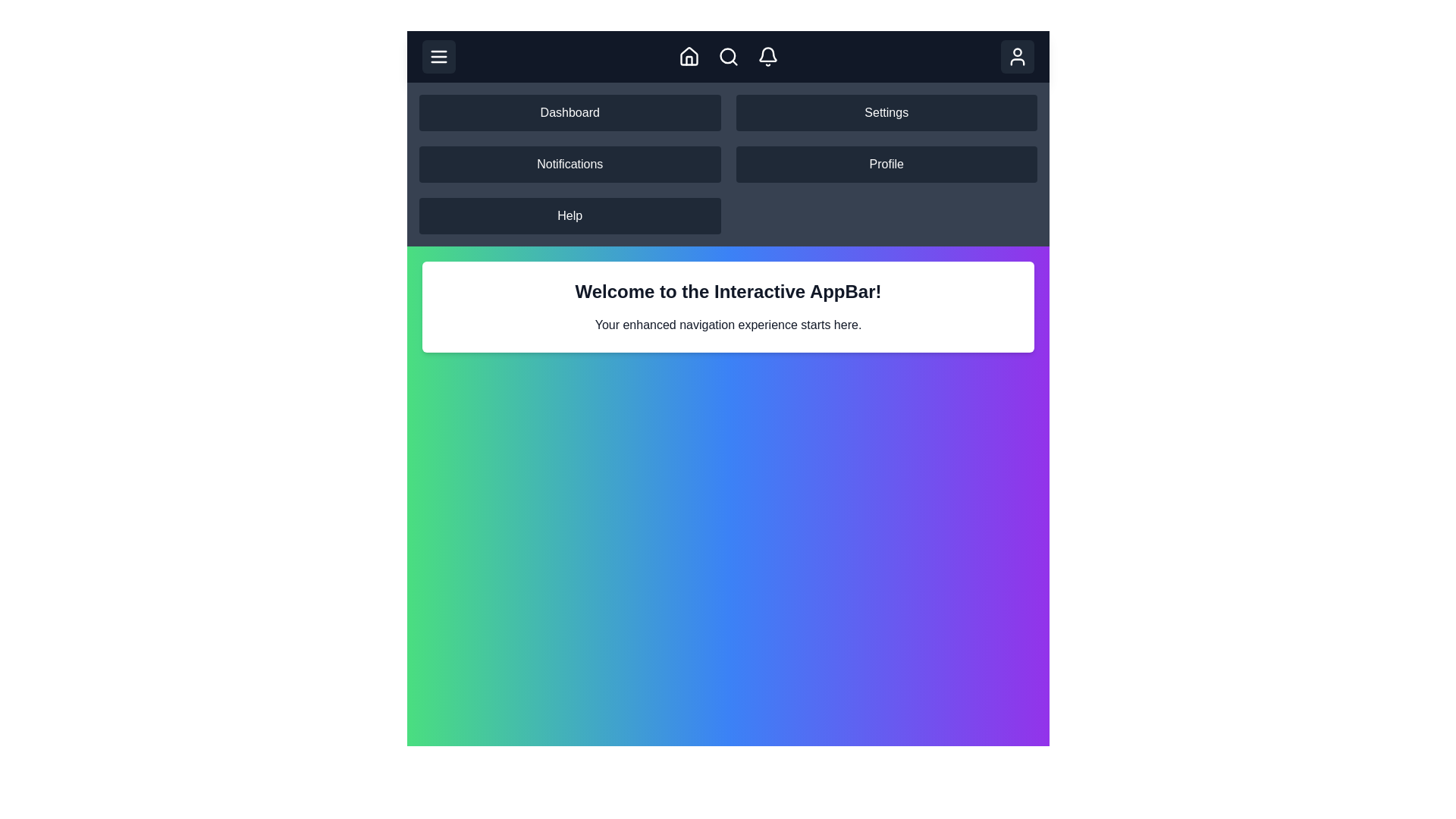 The image size is (1456, 819). What do you see at coordinates (886, 112) in the screenshot?
I see `the navigation item Settings` at bounding box center [886, 112].